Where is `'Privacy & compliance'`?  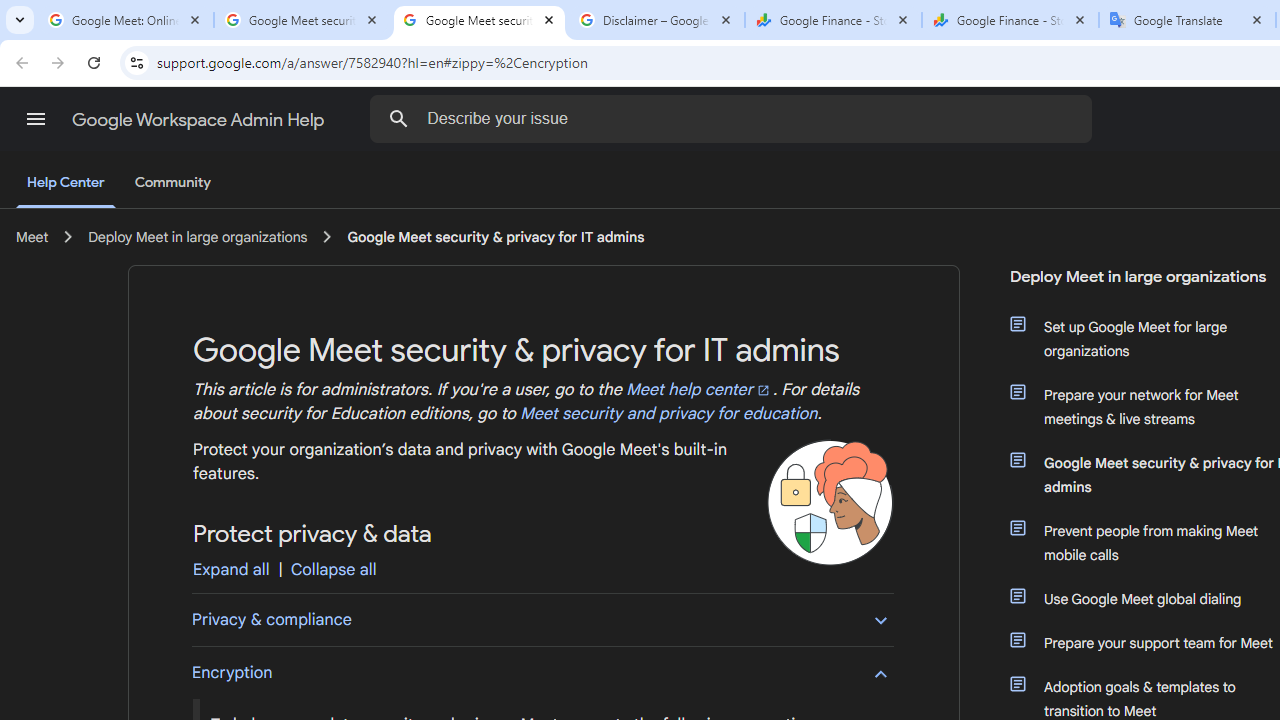
'Privacy & compliance' is located at coordinates (542, 618).